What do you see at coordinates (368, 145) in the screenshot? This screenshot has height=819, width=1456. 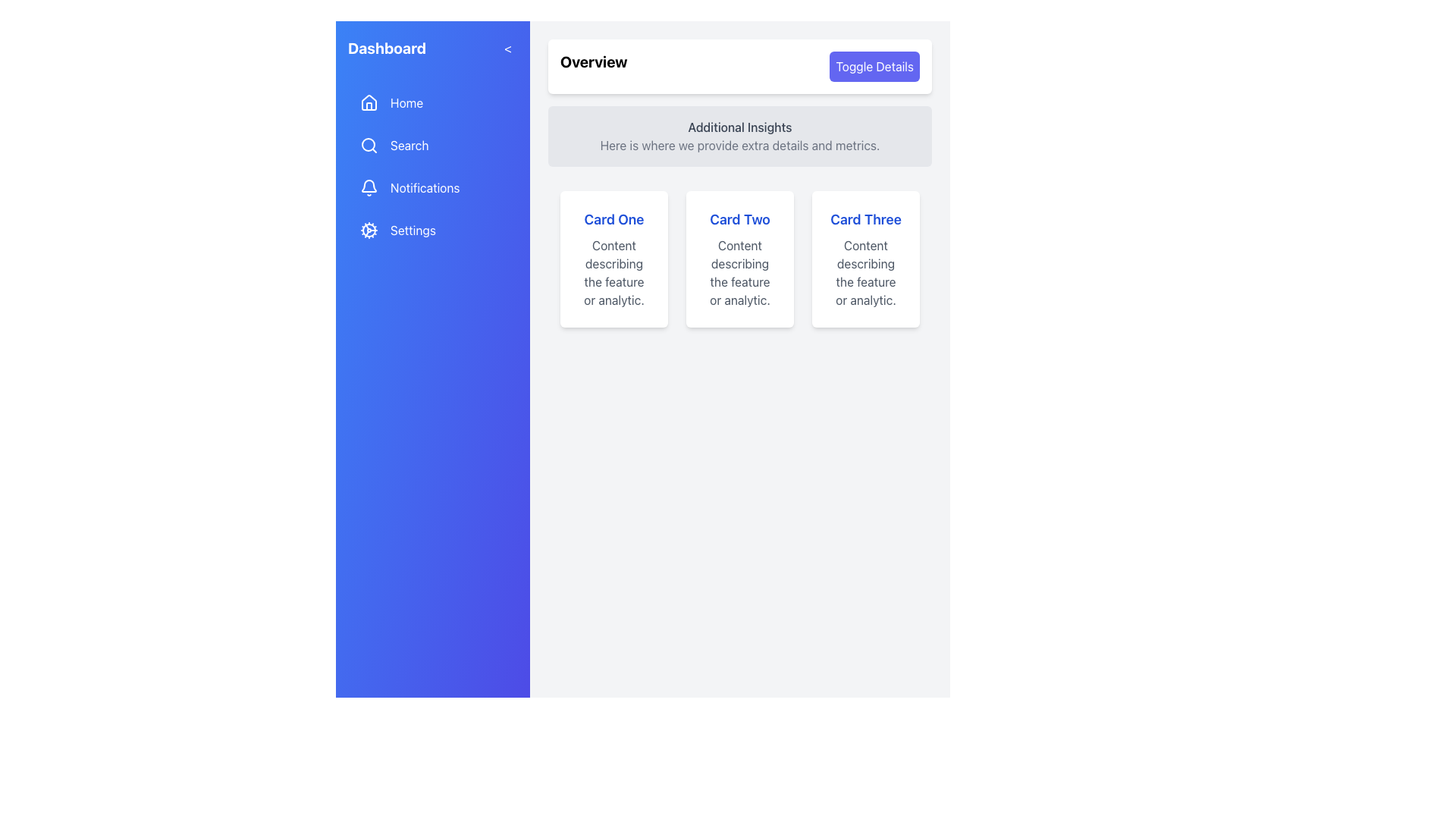 I see `the circular part of the search icon located in the vertical navigation menu on the left side of the interface` at bounding box center [368, 145].